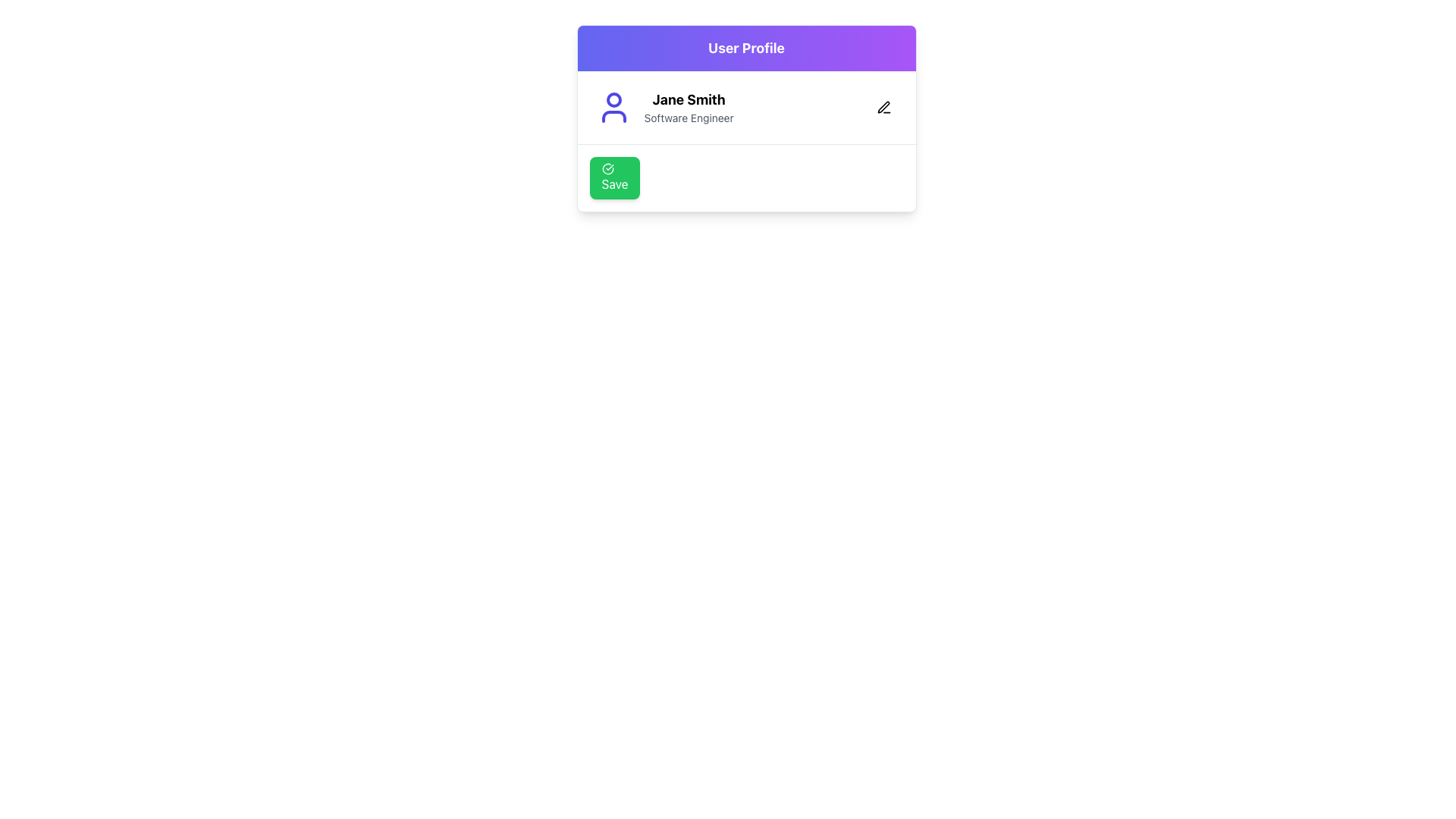 Image resolution: width=1456 pixels, height=819 pixels. I want to click on the static text label displaying the job title or role of the user, which is positioned below 'Jane Smith', so click(688, 117).